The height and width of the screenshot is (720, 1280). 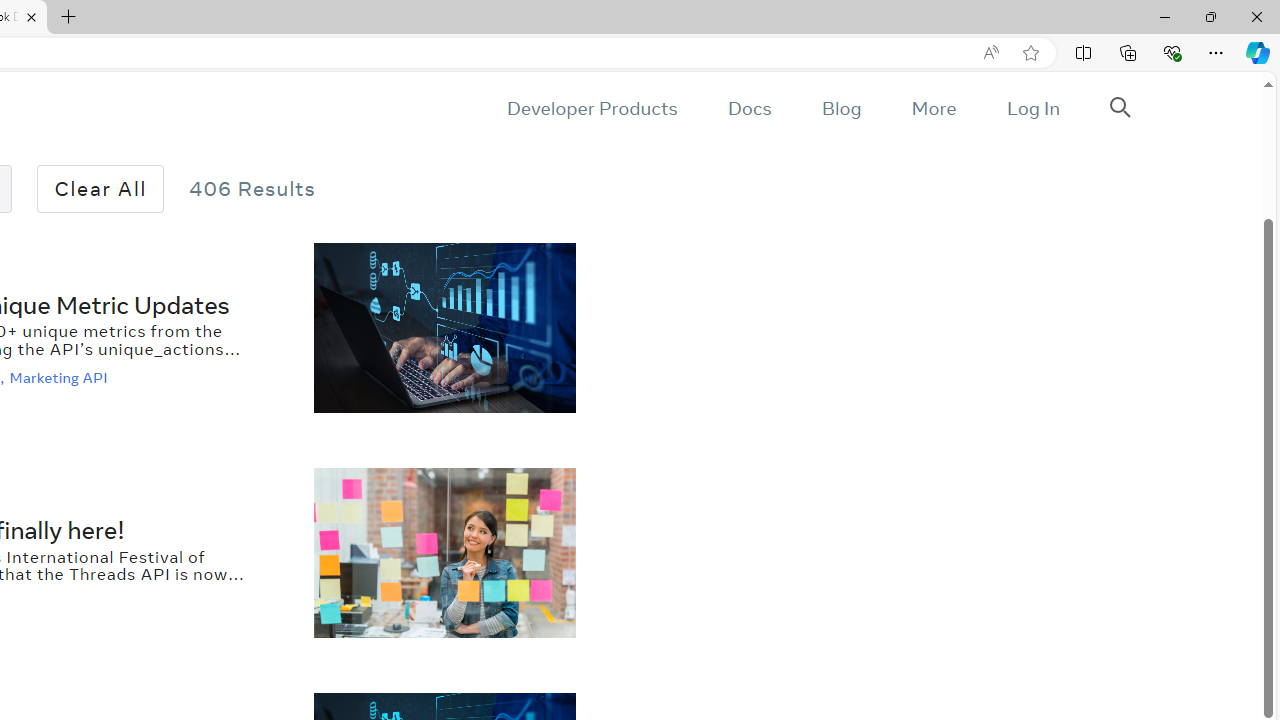 What do you see at coordinates (991, 52) in the screenshot?
I see `'Read aloud this page (Ctrl+Shift+U)'` at bounding box center [991, 52].